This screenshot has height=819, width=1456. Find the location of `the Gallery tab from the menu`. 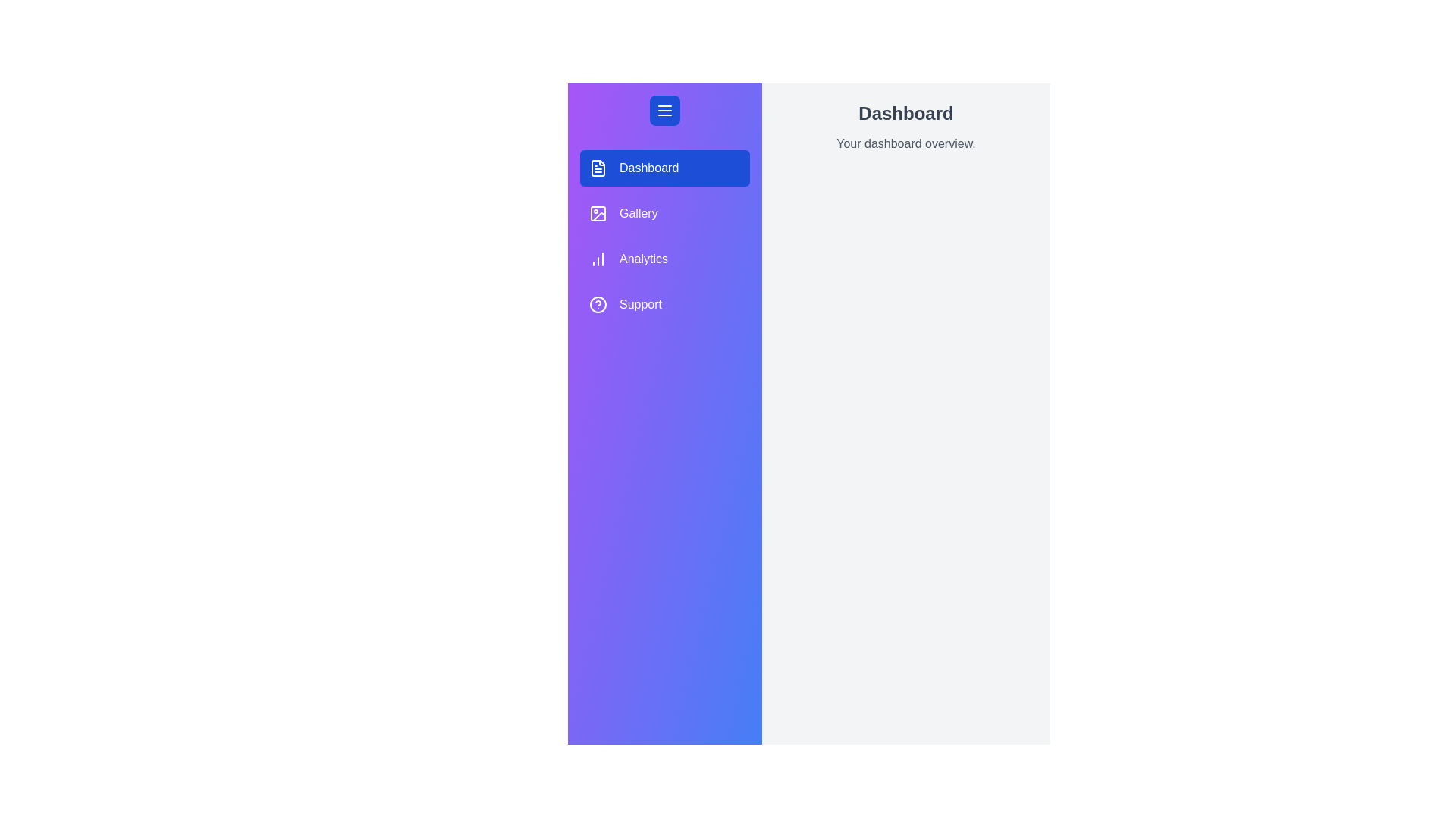

the Gallery tab from the menu is located at coordinates (665, 213).